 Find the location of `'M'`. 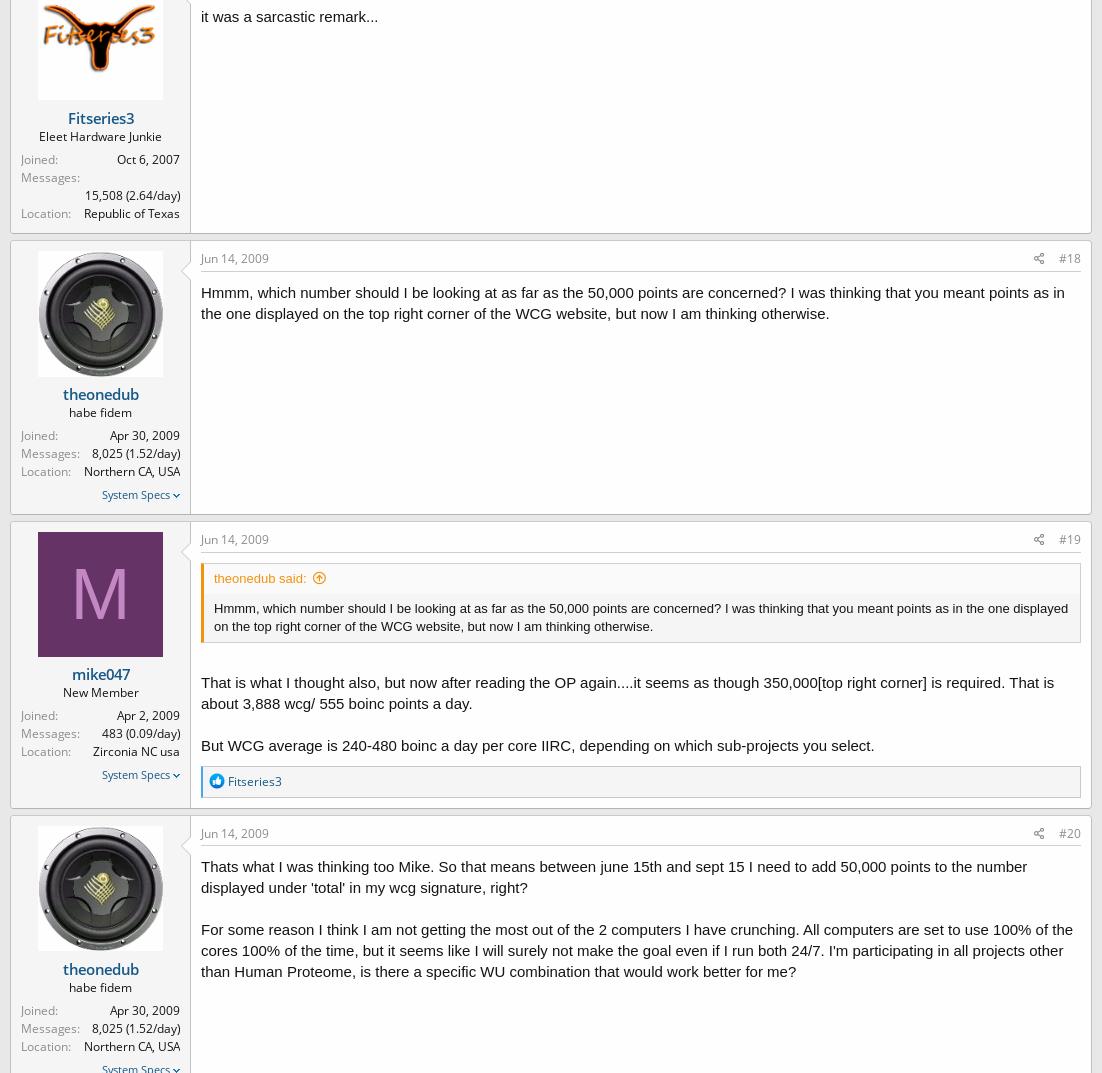

'M' is located at coordinates (99, 594).